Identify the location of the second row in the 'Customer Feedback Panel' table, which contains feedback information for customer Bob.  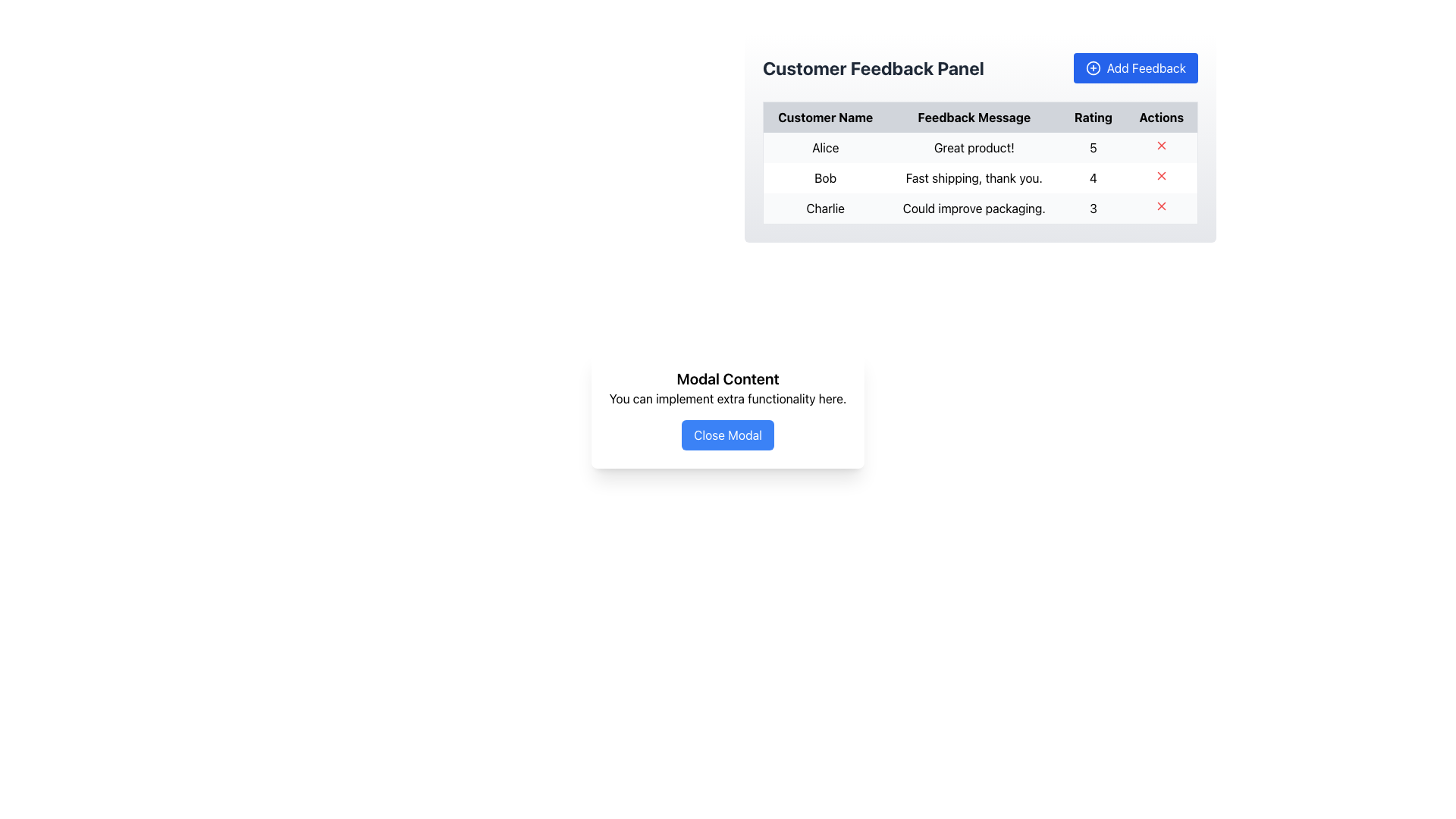
(980, 177).